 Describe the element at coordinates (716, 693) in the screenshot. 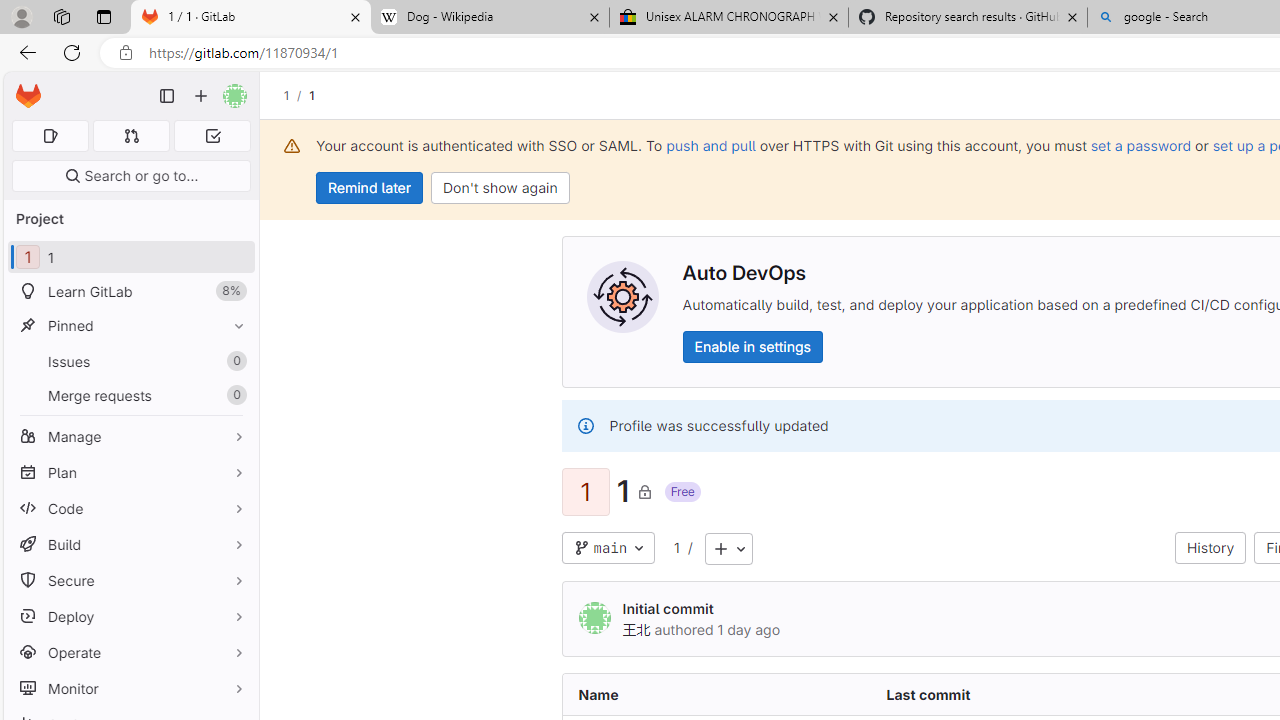

I see `'Name'` at that location.